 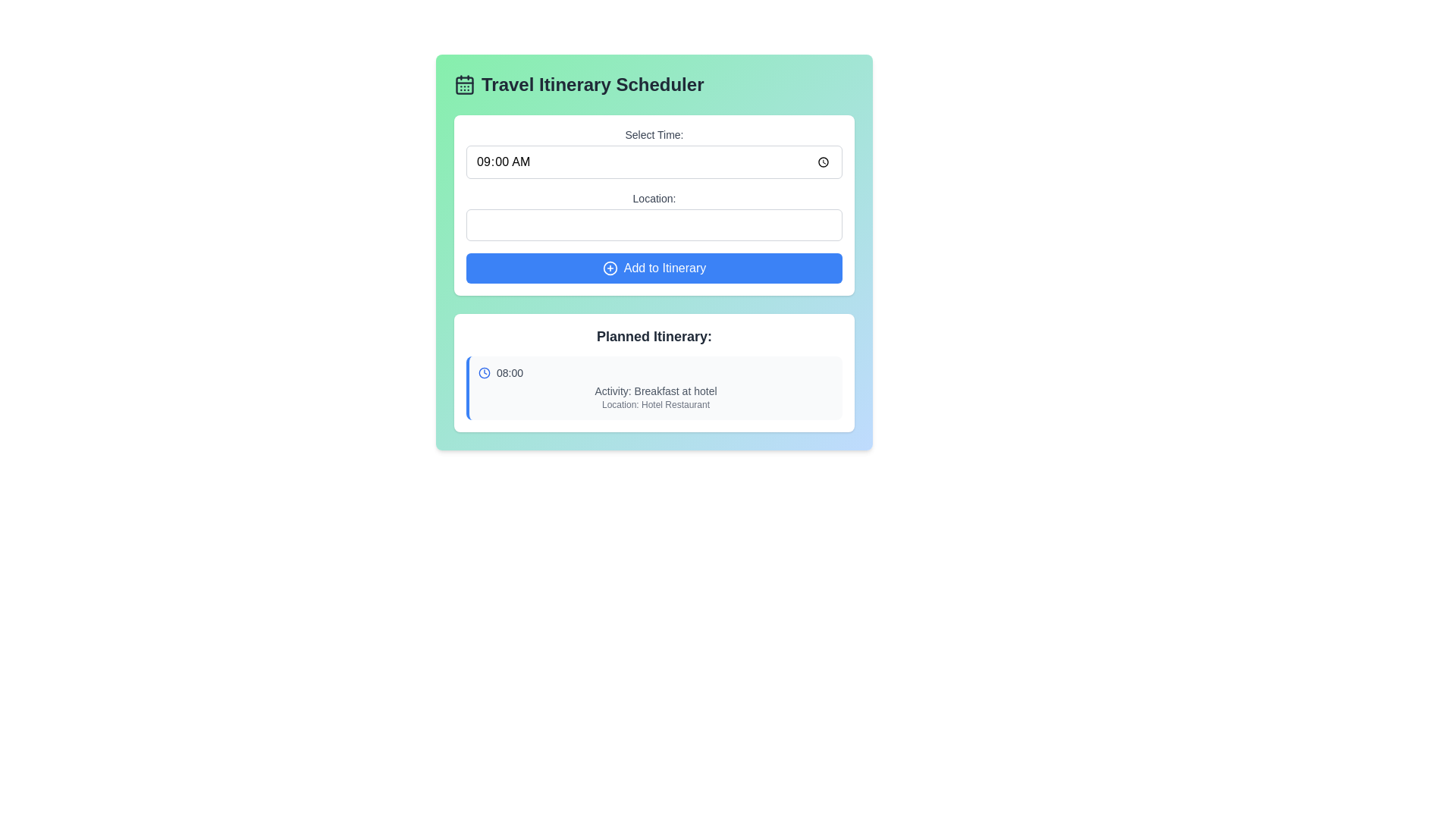 I want to click on the Time input field, so click(x=654, y=162).